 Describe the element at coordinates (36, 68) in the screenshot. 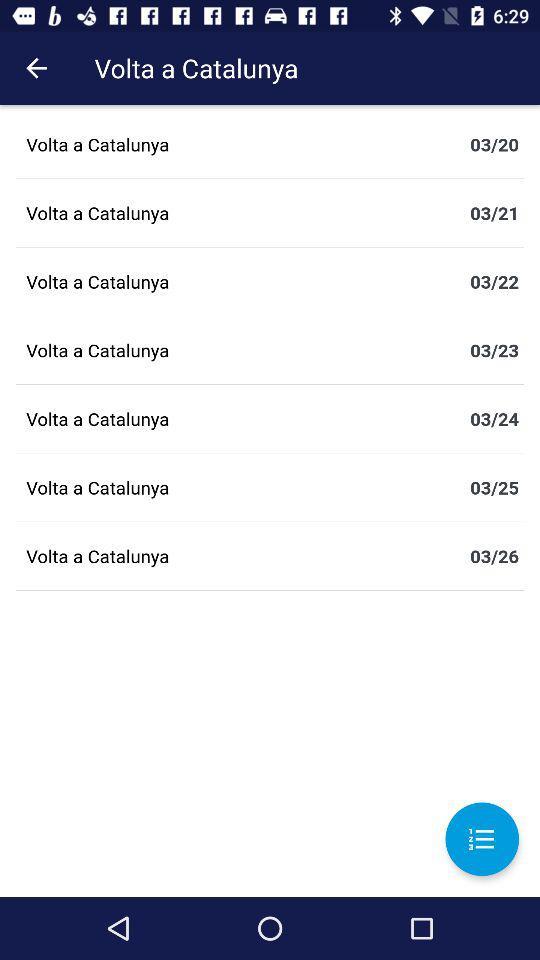

I see `the icon at the top left corner` at that location.